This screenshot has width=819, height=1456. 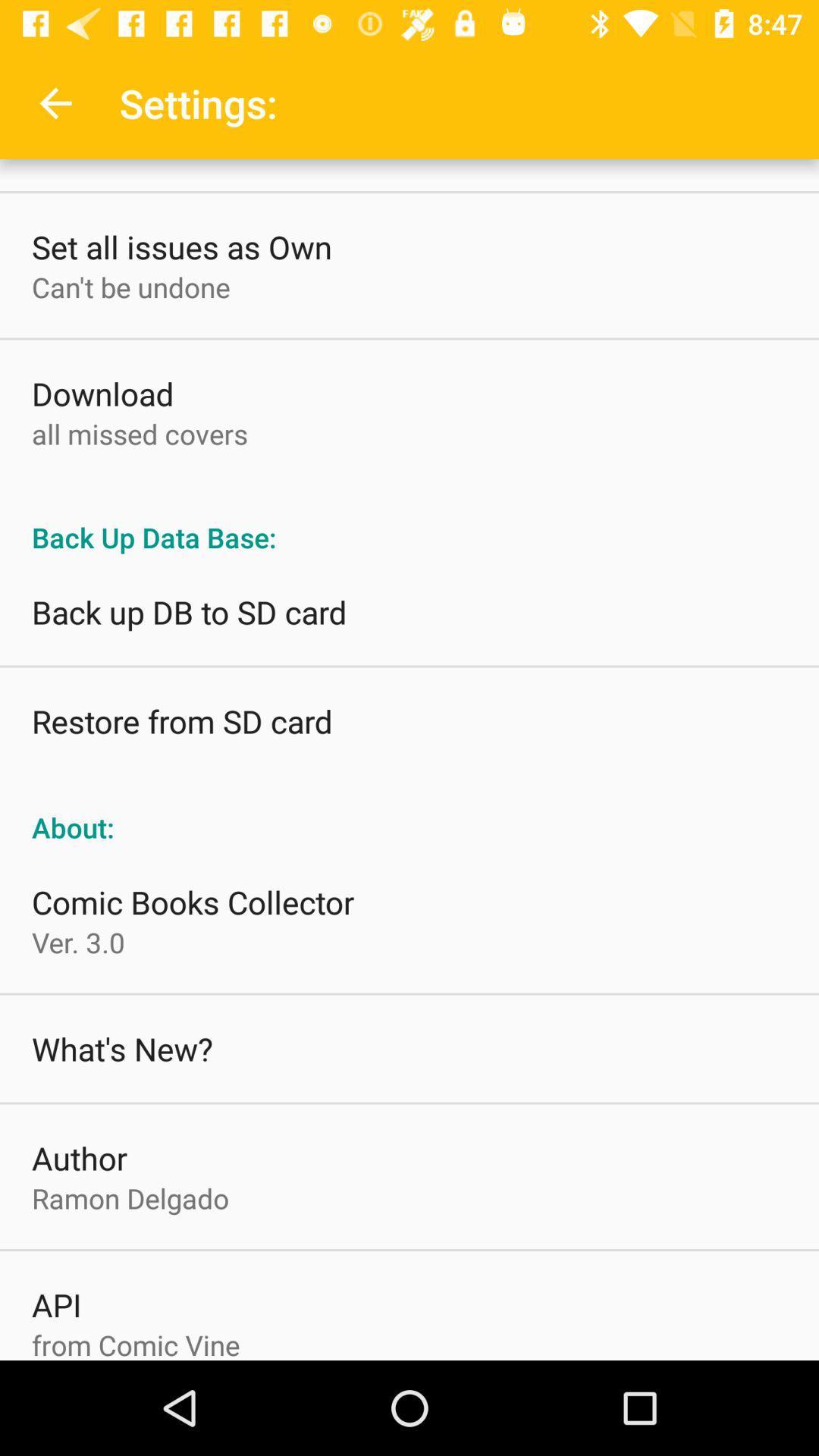 I want to click on comic books collector icon, so click(x=192, y=902).